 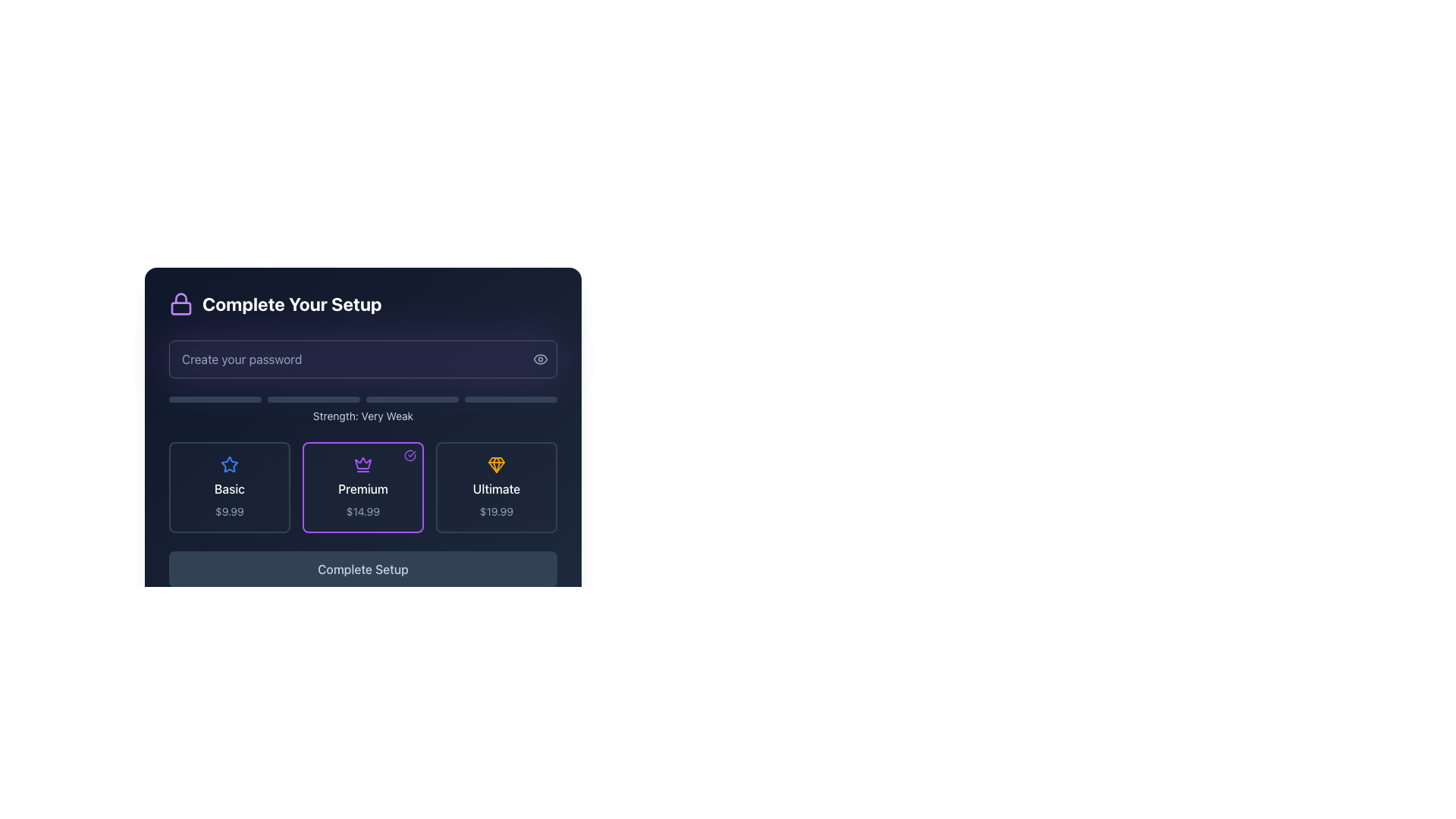 I want to click on the text label identifying the 'Basic $9.99' subscription plan, which is the first in a horizontal list and located beneath a star icon, so click(x=228, y=488).